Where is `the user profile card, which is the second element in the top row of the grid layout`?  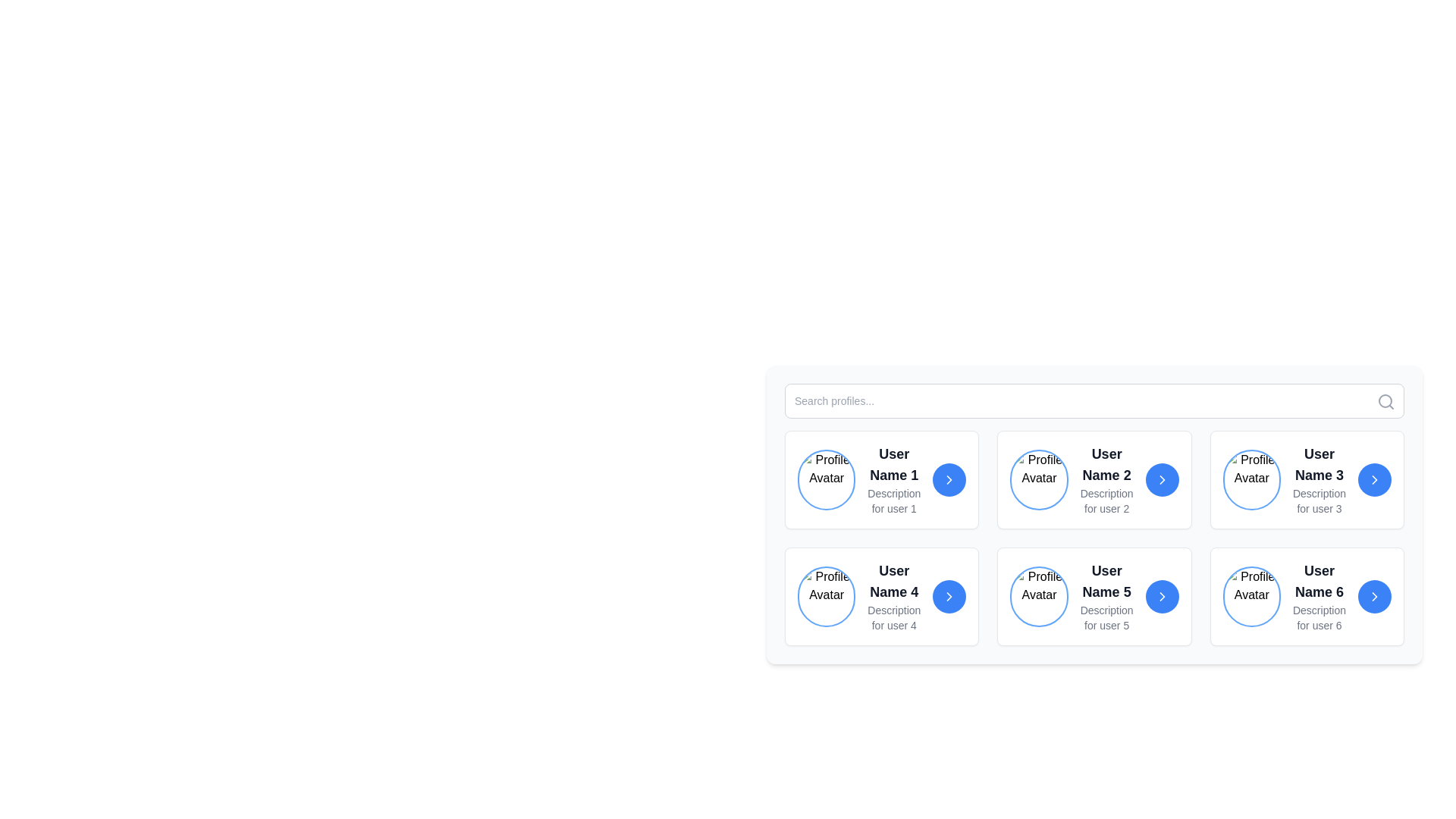
the user profile card, which is the second element in the top row of the grid layout is located at coordinates (1094, 479).